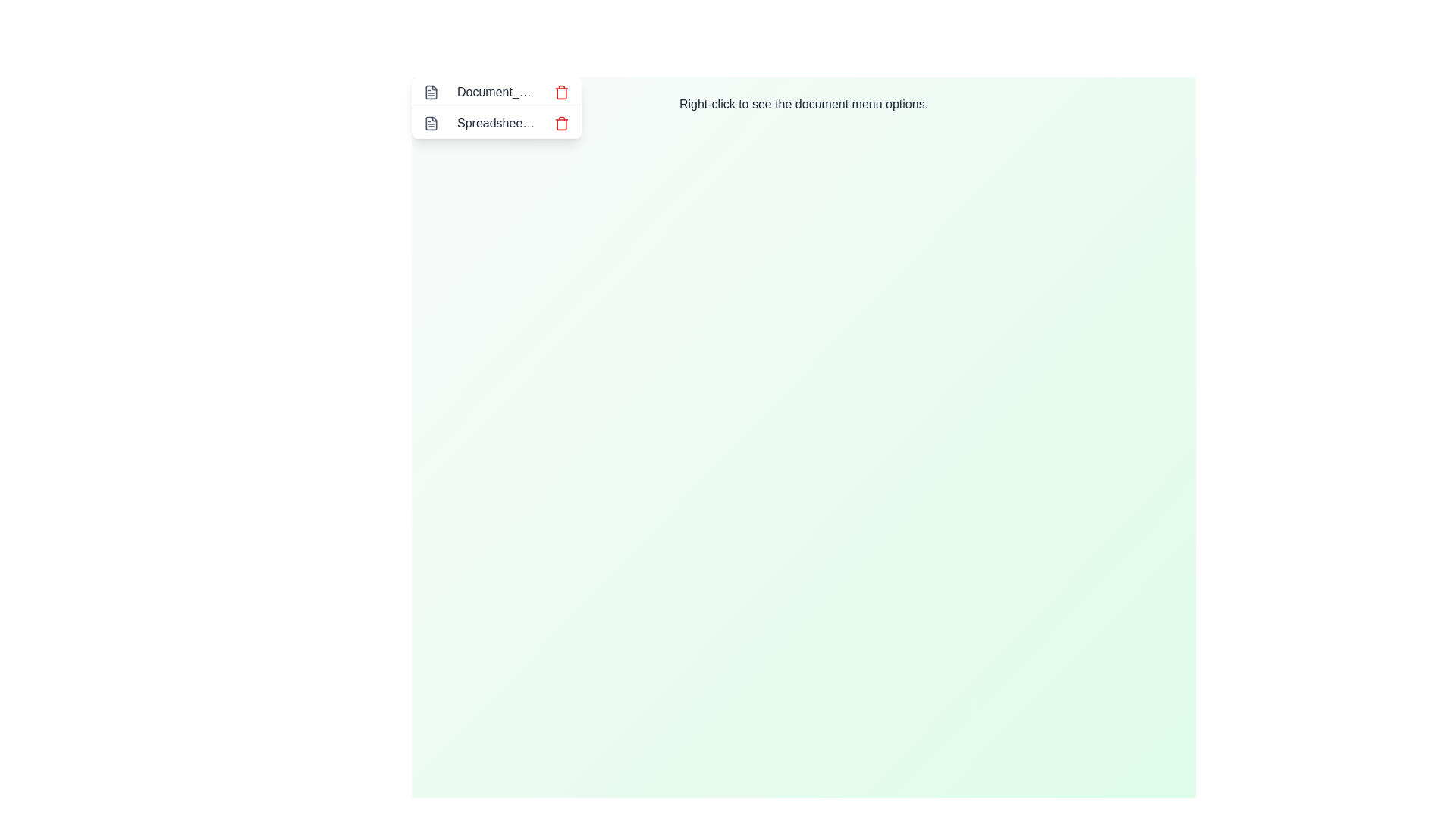  I want to click on the background to open the context menu, so click(582, 428).